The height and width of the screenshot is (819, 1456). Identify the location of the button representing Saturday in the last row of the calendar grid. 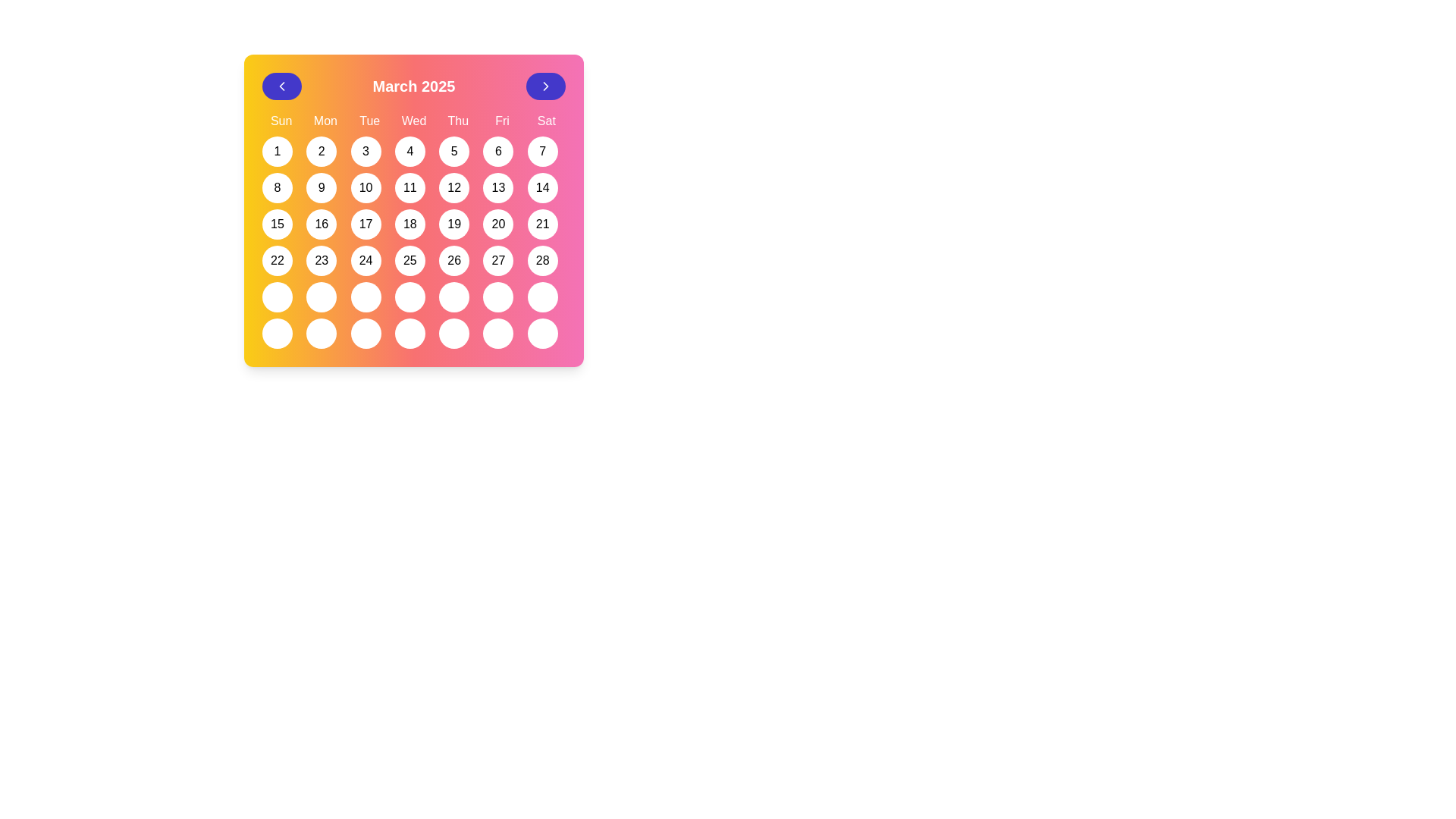
(542, 332).